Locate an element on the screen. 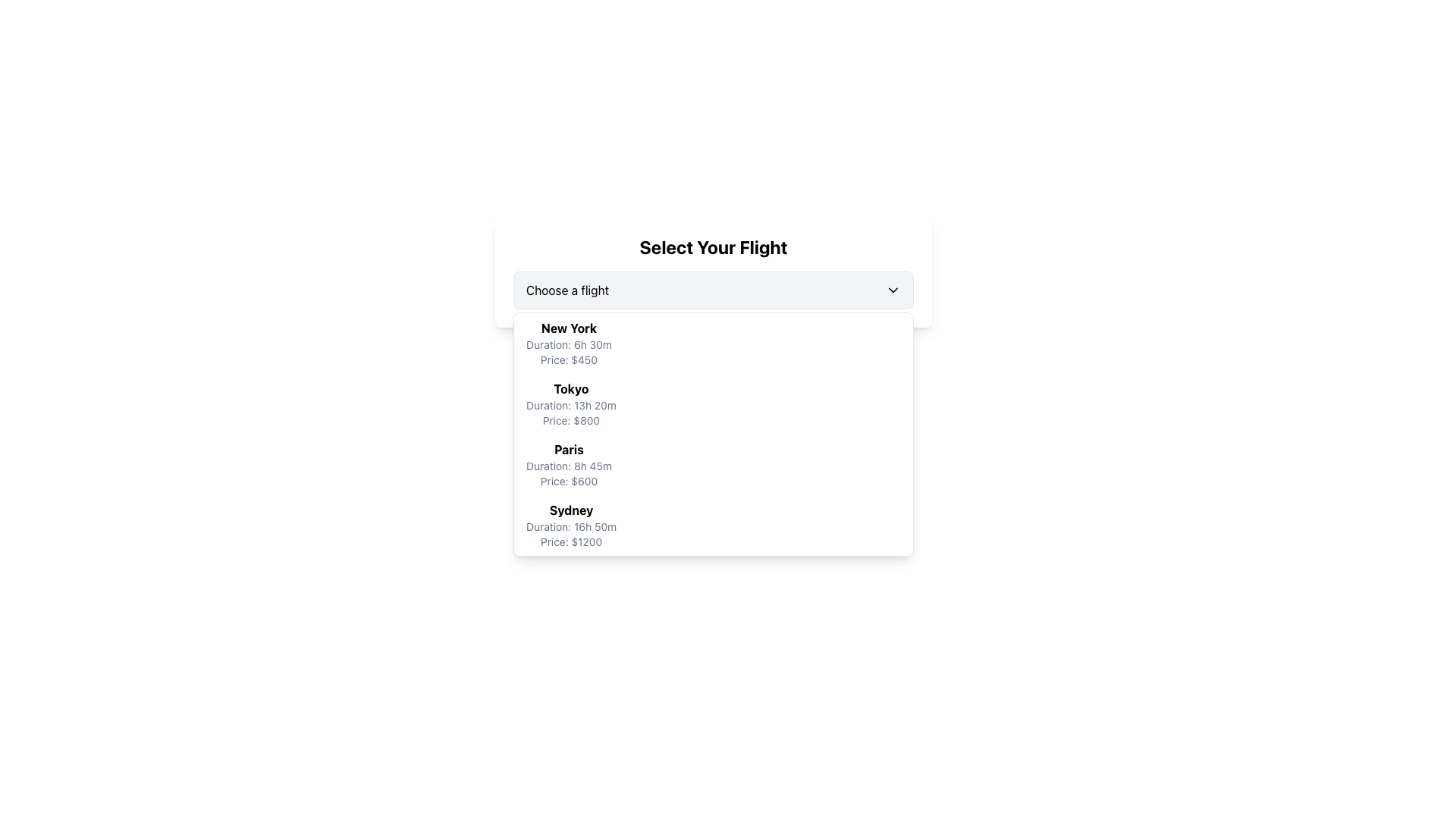 This screenshot has width=1456, height=819. the first list item displaying the trip option for 'New York' in the dropdown menu is located at coordinates (568, 343).